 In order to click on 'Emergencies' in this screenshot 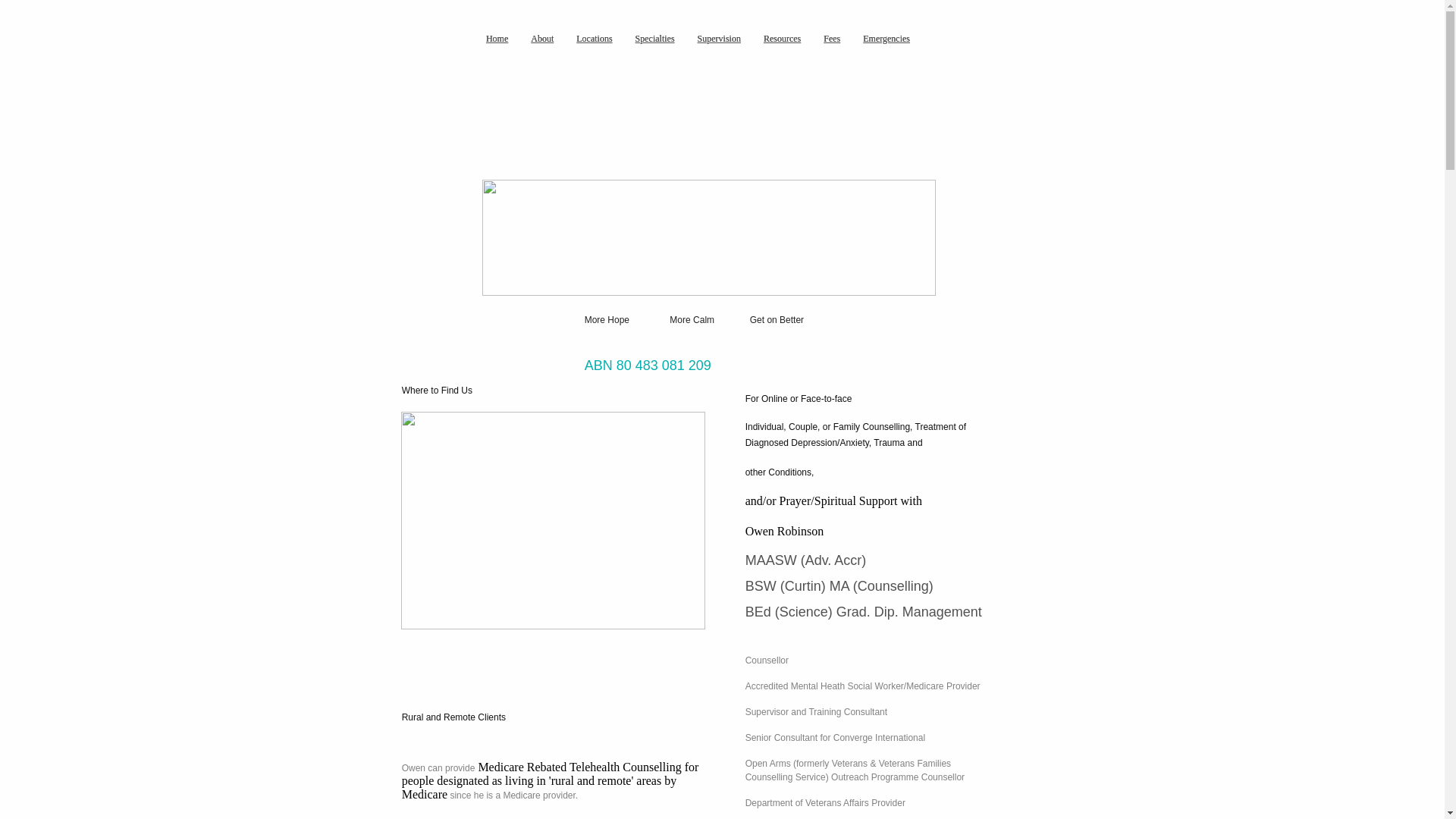, I will do `click(886, 37)`.